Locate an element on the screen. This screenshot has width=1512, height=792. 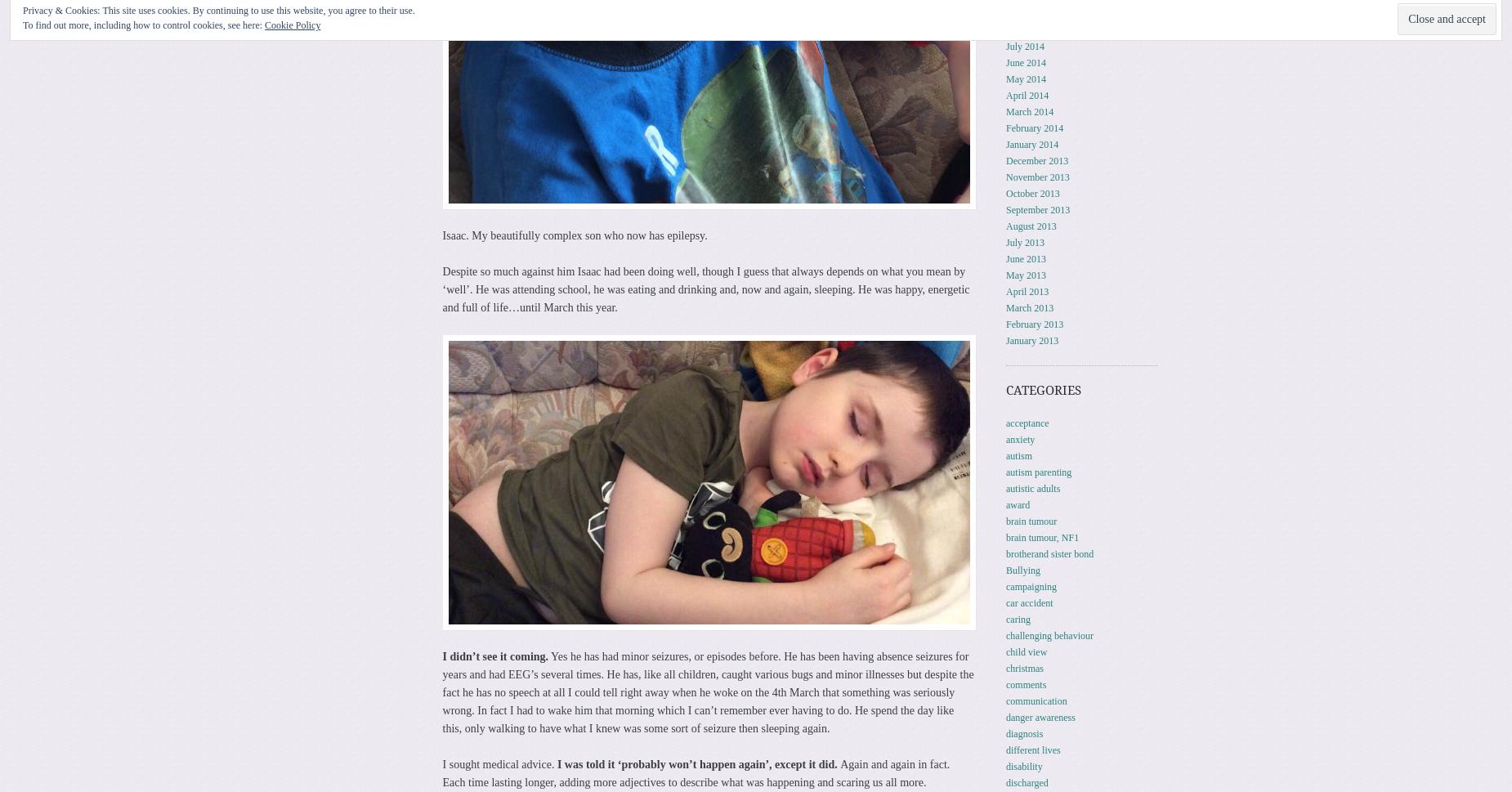
'May 2013' is located at coordinates (1004, 273).